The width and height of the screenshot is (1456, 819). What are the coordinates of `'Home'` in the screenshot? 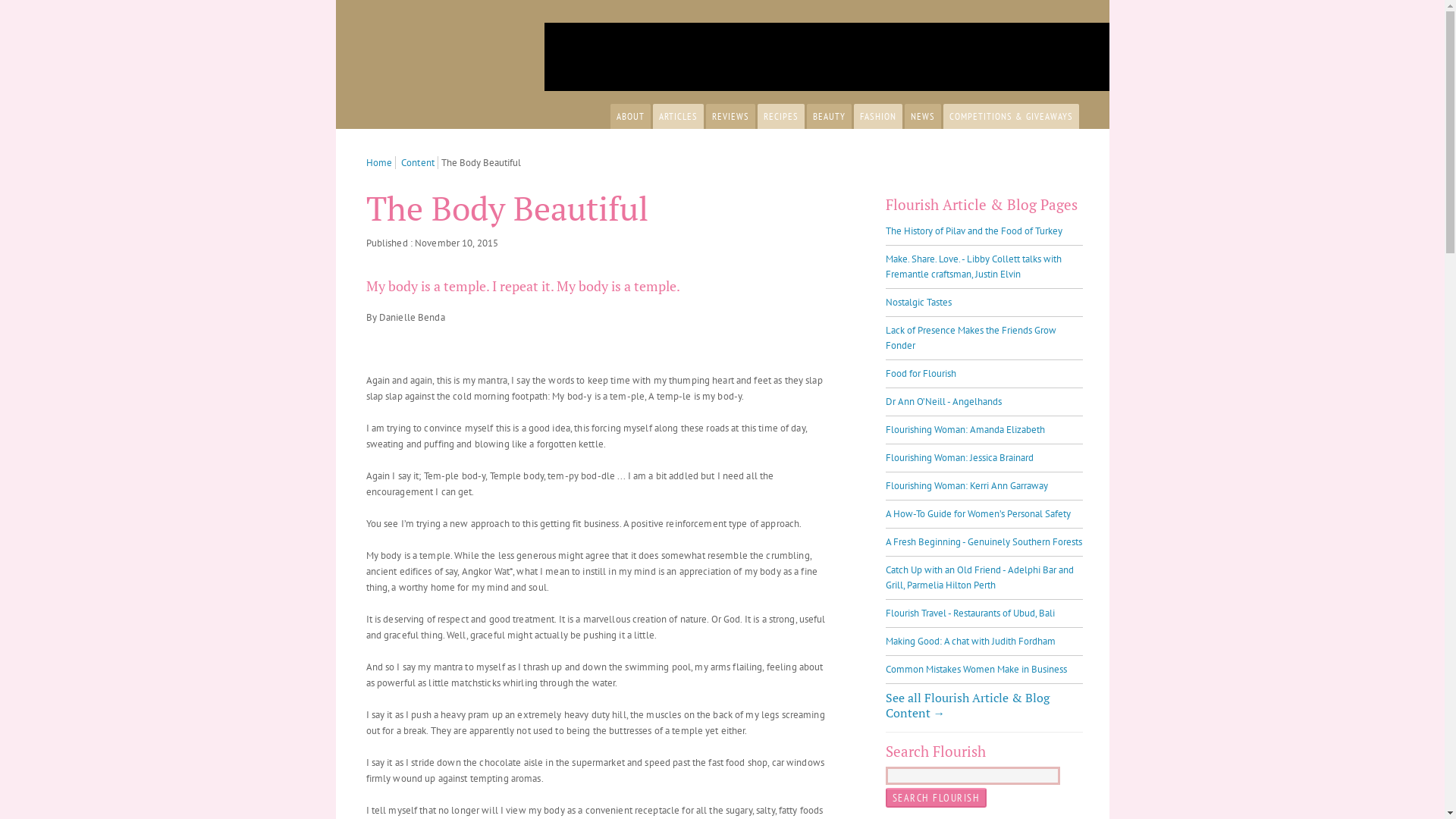 It's located at (381, 162).